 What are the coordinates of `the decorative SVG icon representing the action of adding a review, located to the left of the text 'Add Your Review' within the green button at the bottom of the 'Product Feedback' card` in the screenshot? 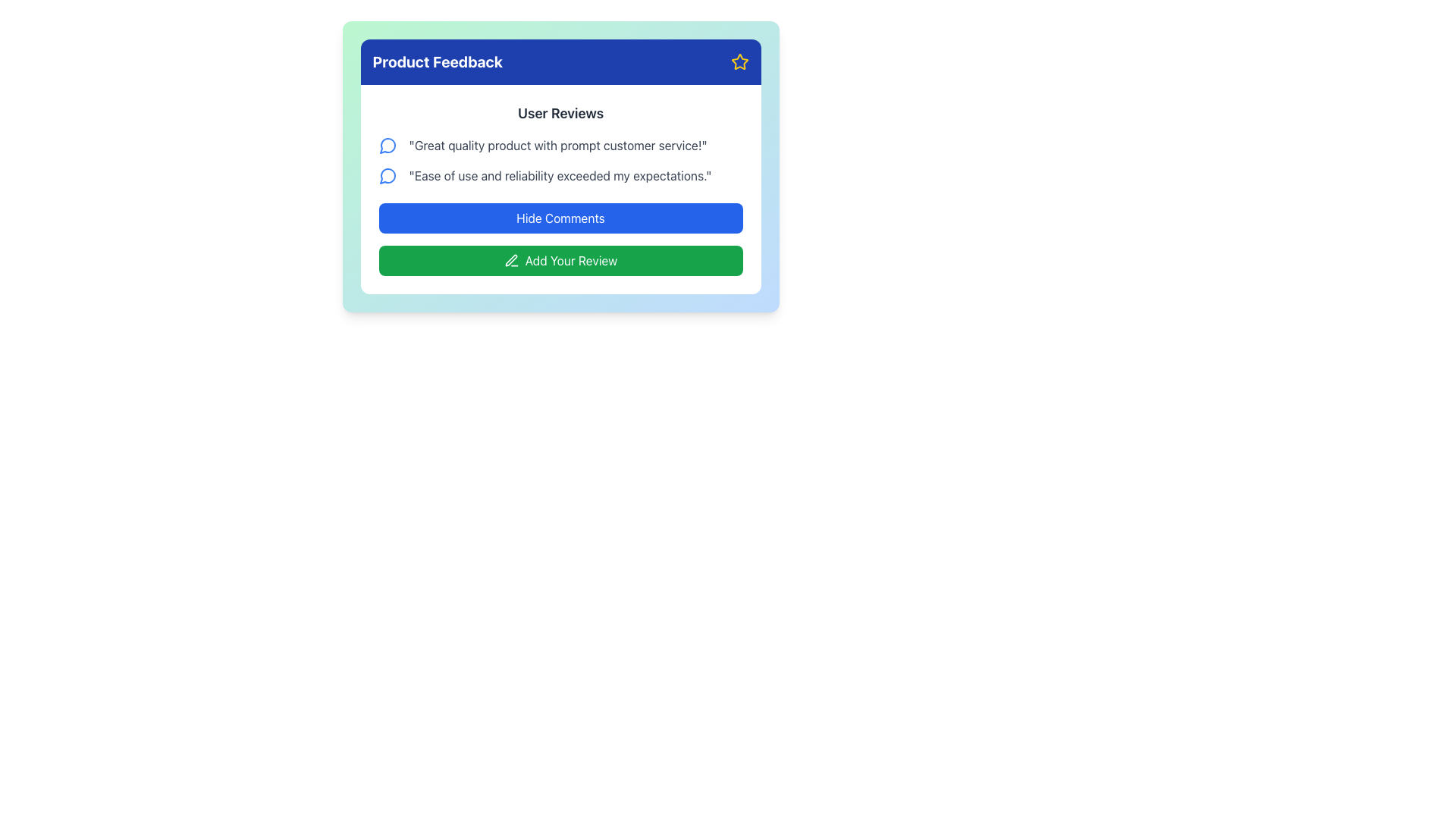 It's located at (511, 259).